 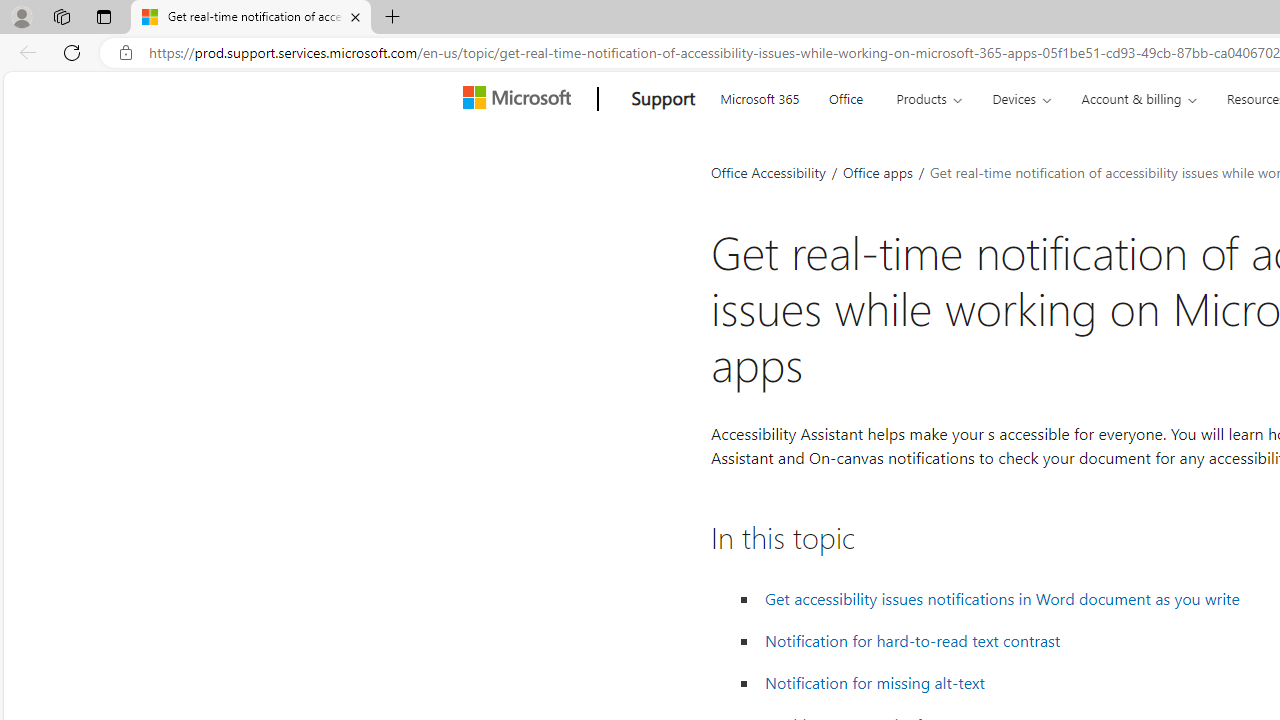 What do you see at coordinates (758, 96) in the screenshot?
I see `'Microsoft 365'` at bounding box center [758, 96].